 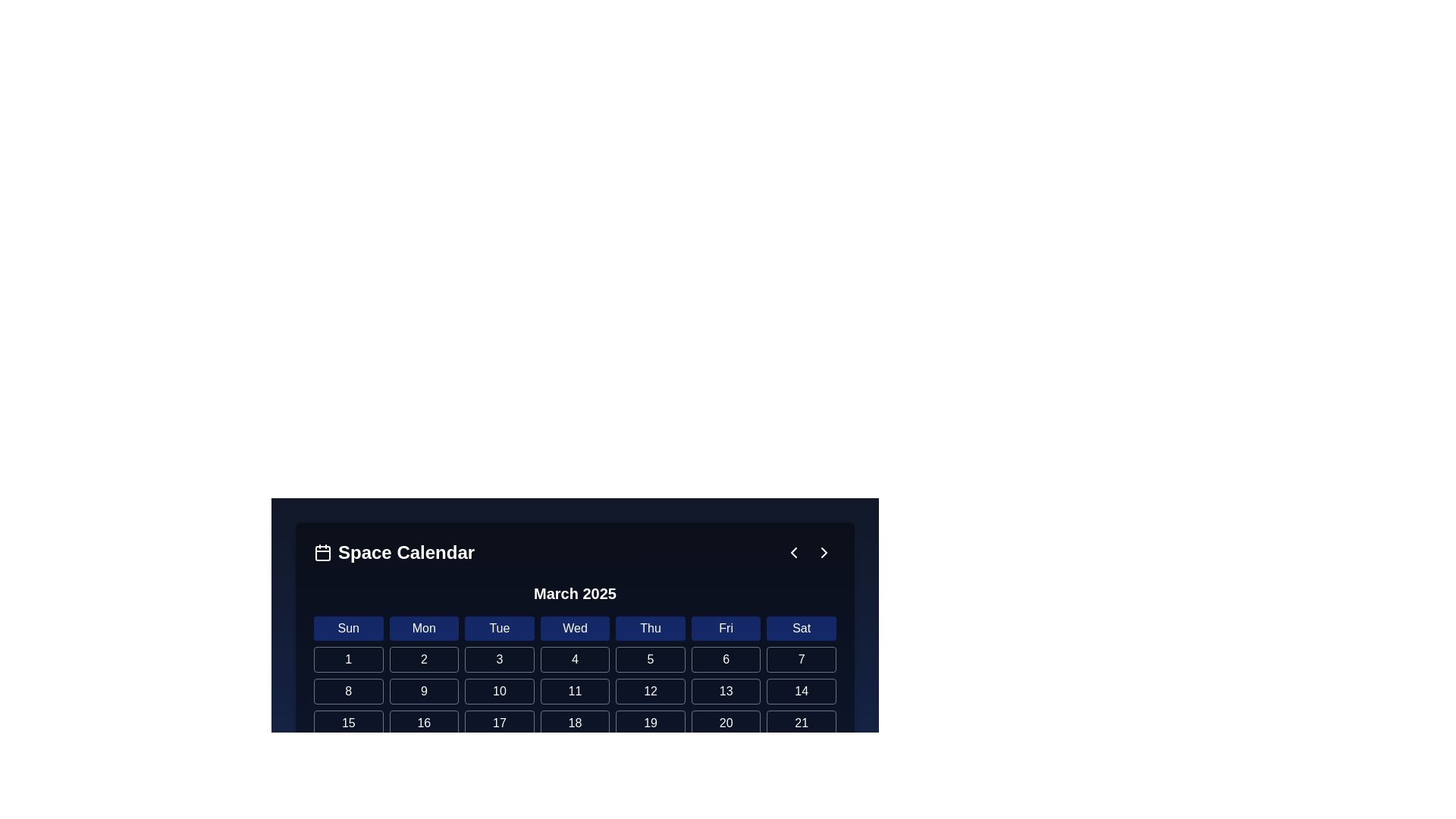 What do you see at coordinates (424, 659) in the screenshot?
I see `the calendar button representing the date in the second column under 'Mon'` at bounding box center [424, 659].